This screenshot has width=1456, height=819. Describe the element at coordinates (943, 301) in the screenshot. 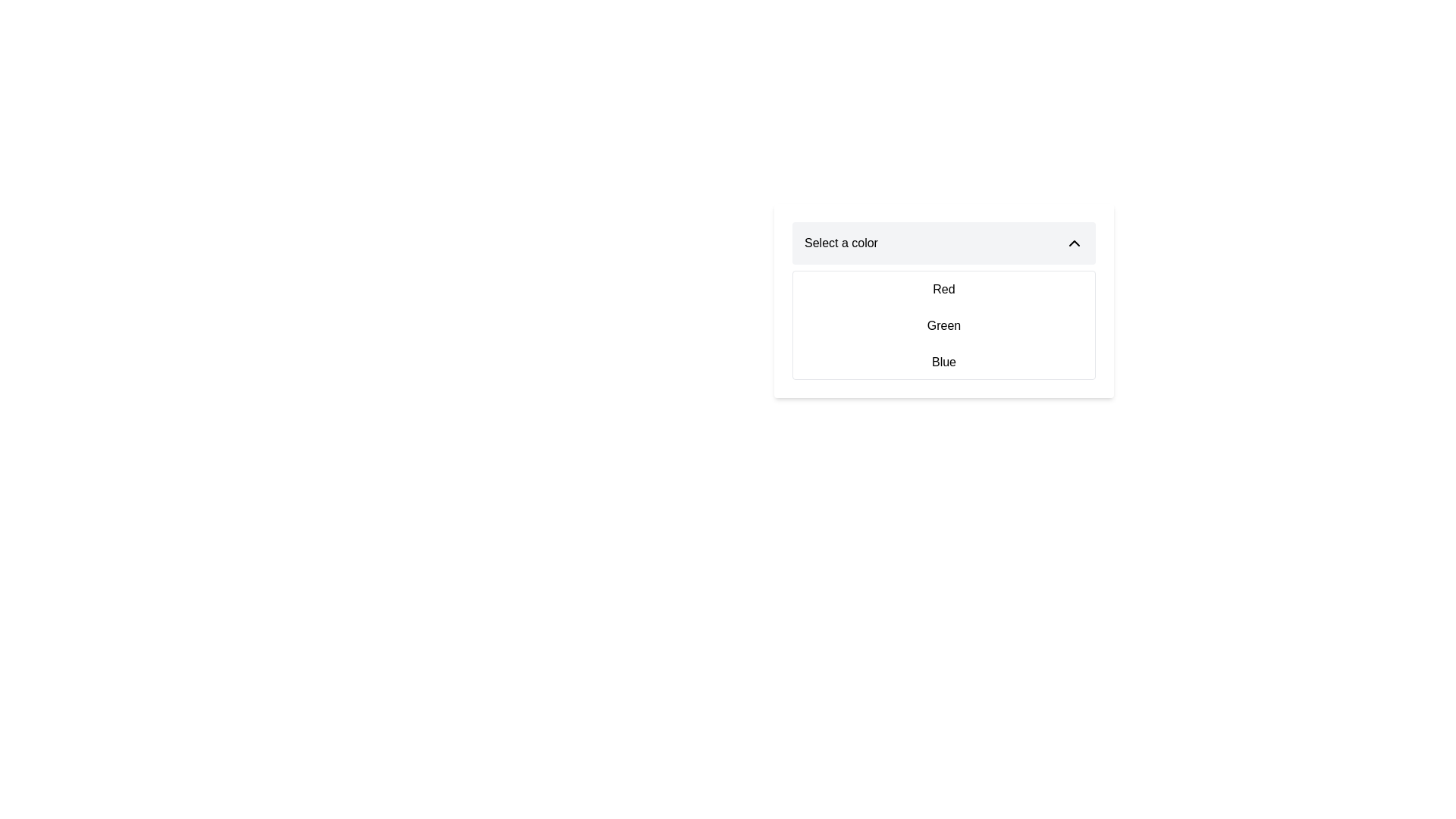

I see `the dropdown menu option with a light gray background that lists color choices such as 'Red,' 'Green,' and 'Blue' located below the 'Select a color' header` at that location.